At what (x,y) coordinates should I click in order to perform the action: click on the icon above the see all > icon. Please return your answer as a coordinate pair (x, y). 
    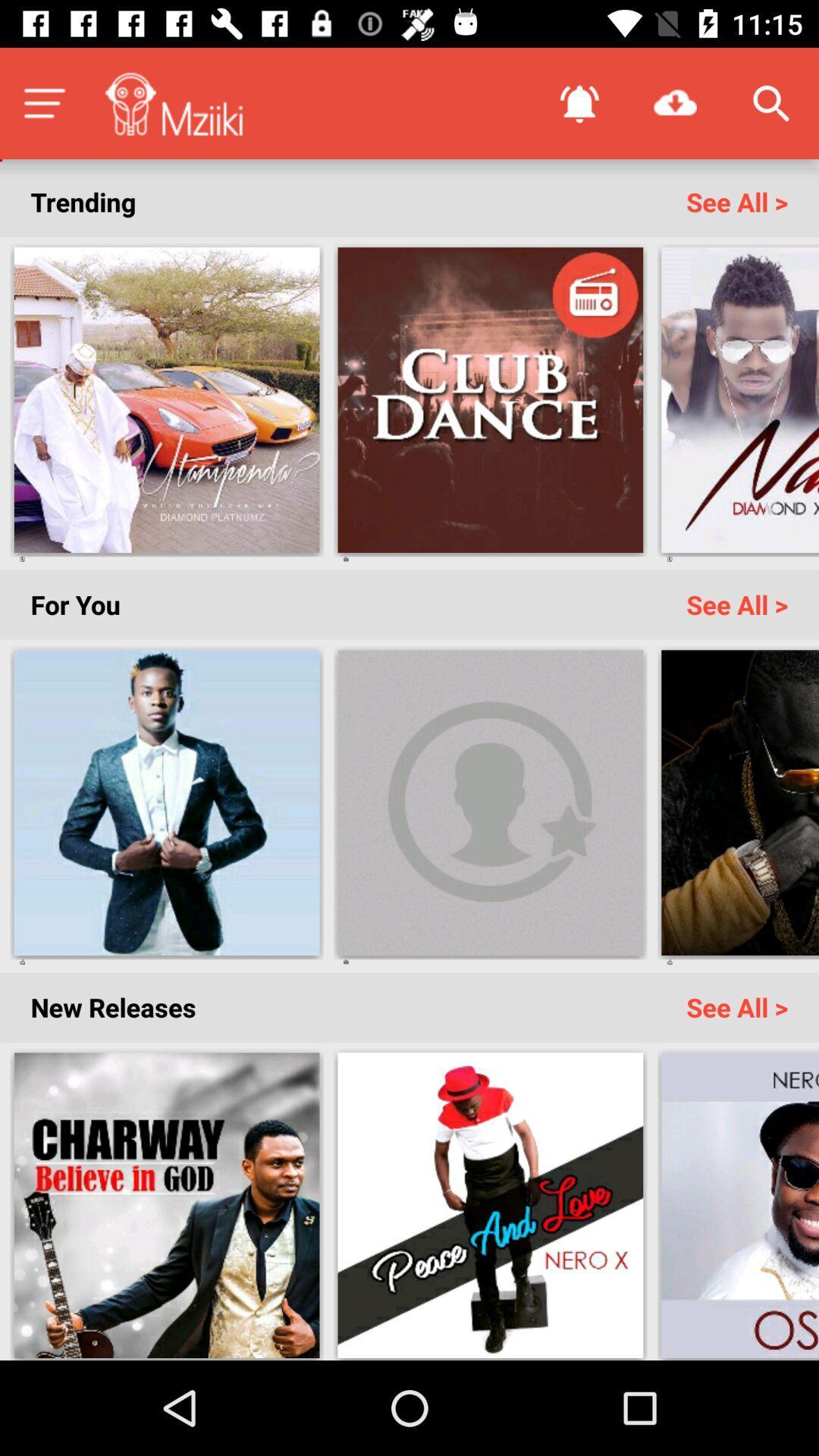
    Looking at the image, I should click on (675, 102).